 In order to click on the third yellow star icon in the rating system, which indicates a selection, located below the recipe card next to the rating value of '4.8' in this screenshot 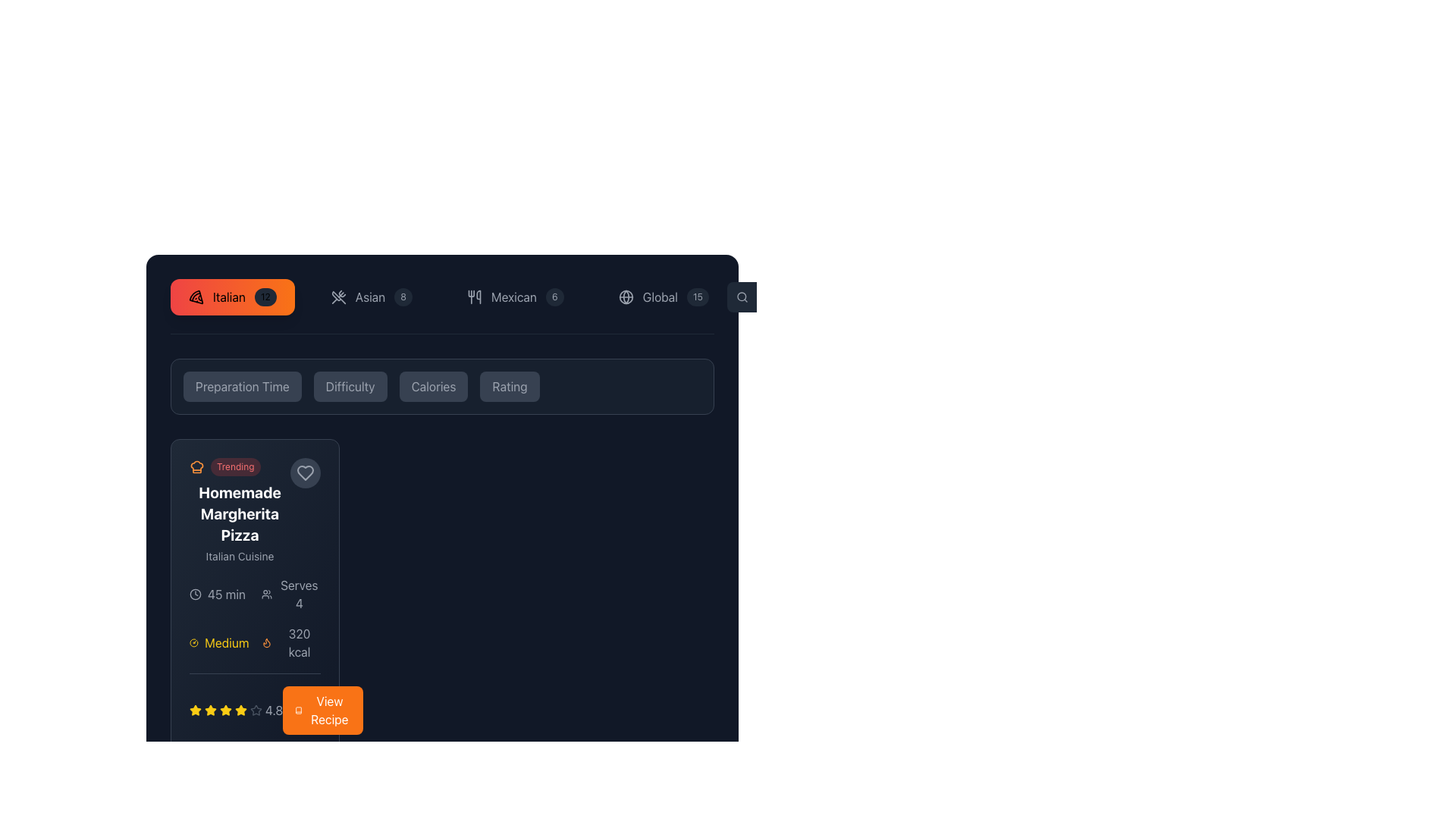, I will do `click(210, 711)`.